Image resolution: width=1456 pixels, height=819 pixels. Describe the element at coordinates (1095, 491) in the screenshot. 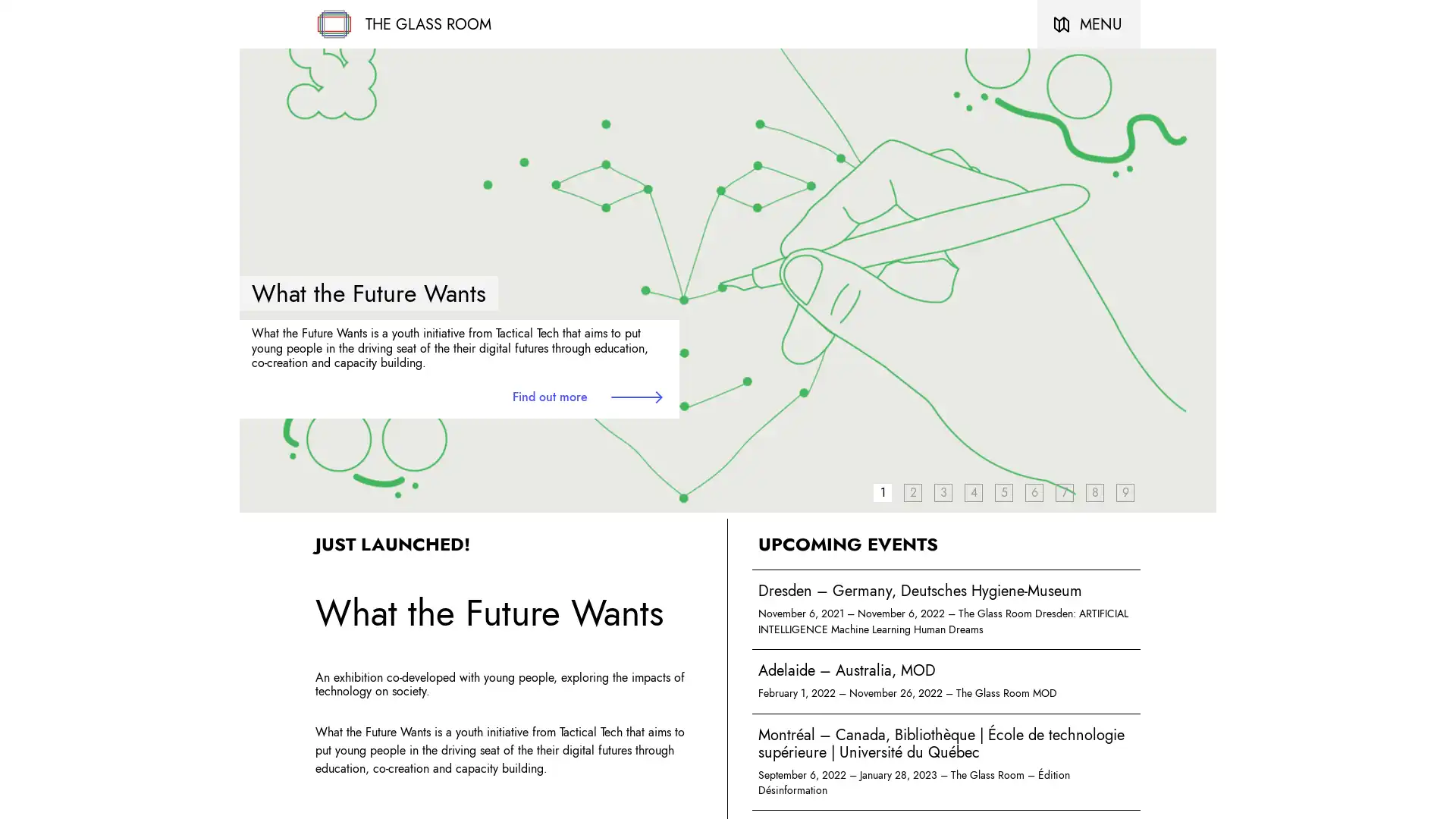

I see `slide item 8` at that location.